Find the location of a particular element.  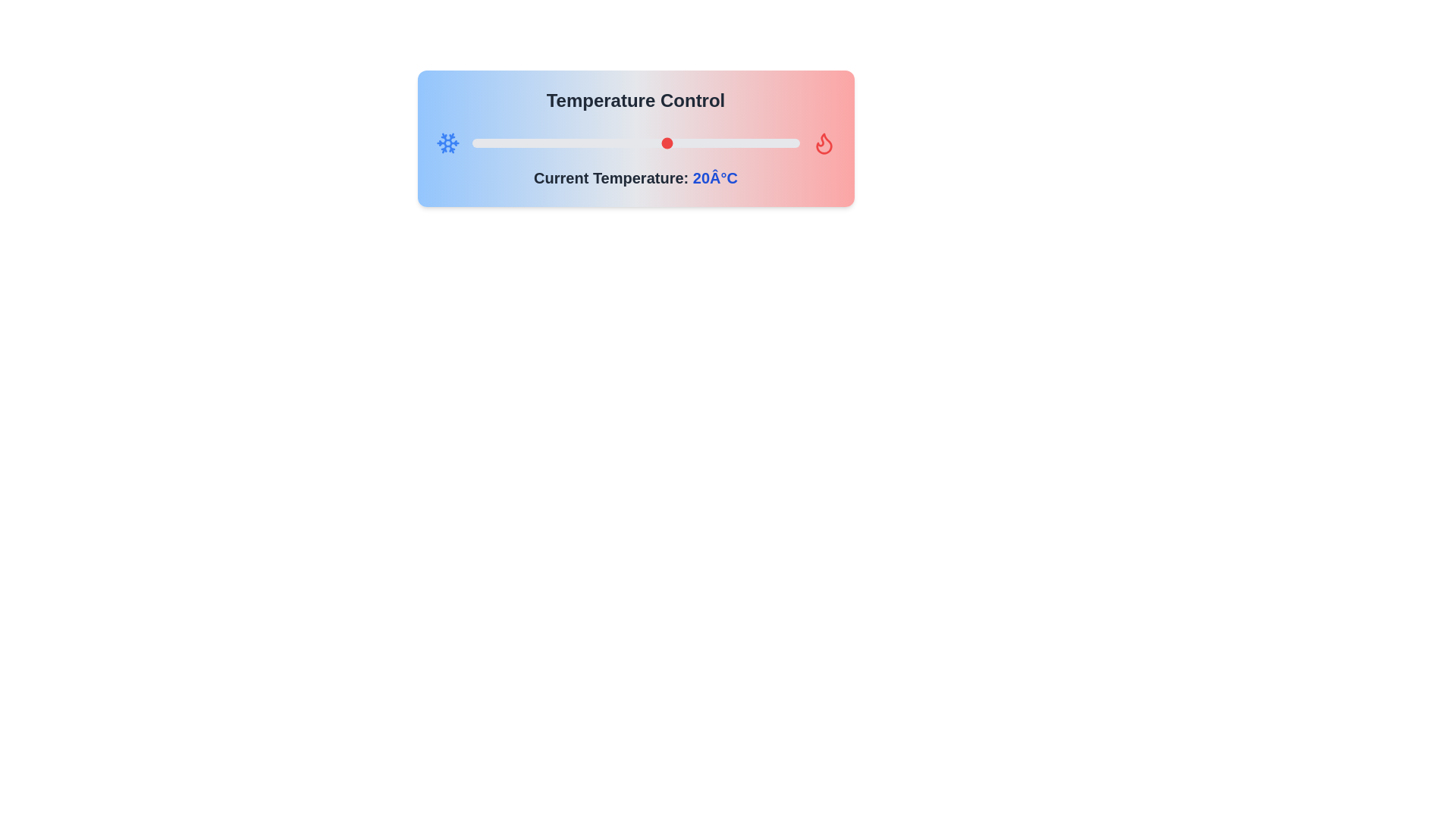

the snowflake icon to interact with it is located at coordinates (447, 143).